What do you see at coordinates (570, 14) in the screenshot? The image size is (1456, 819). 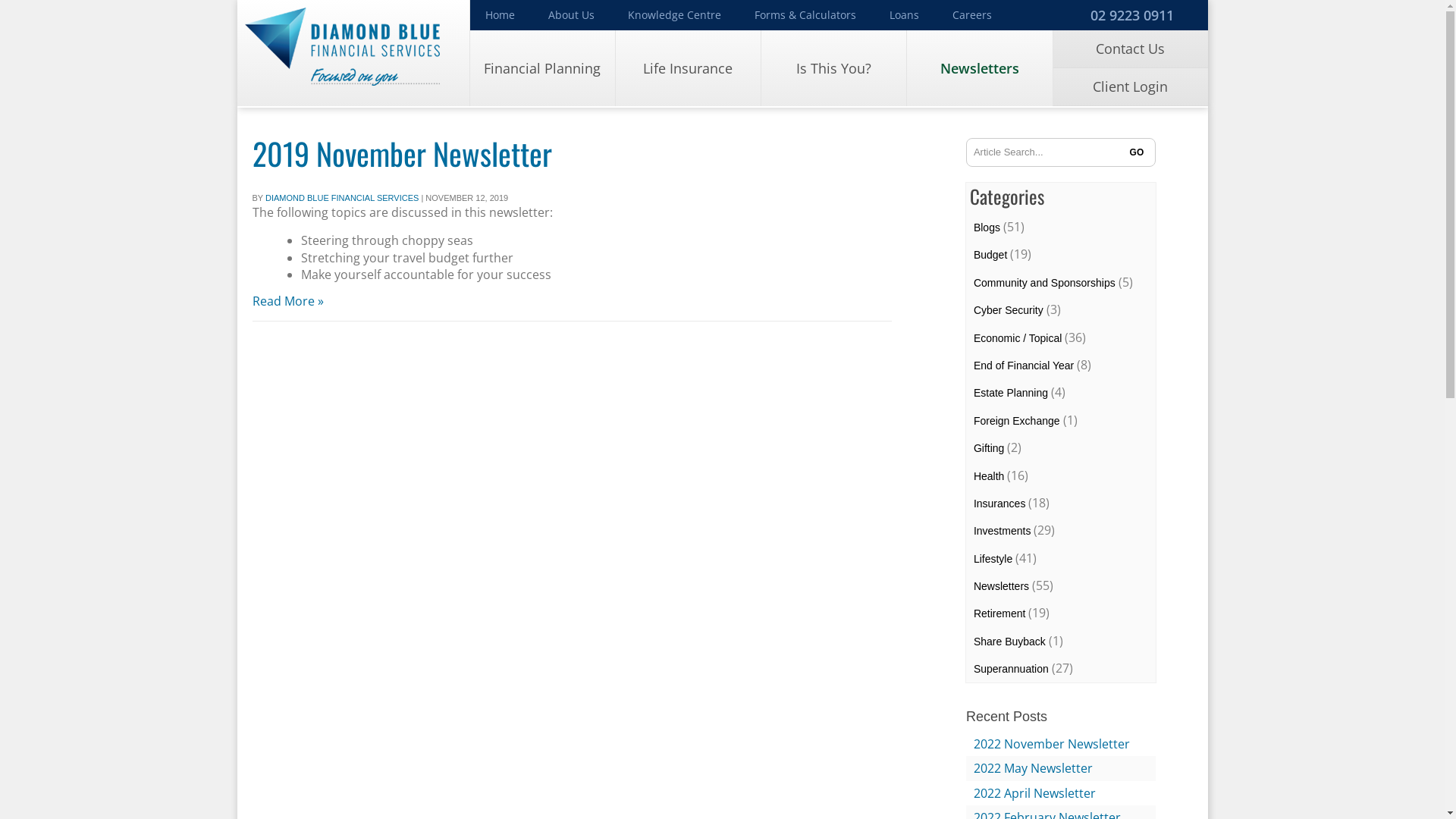 I see `'About Us'` at bounding box center [570, 14].